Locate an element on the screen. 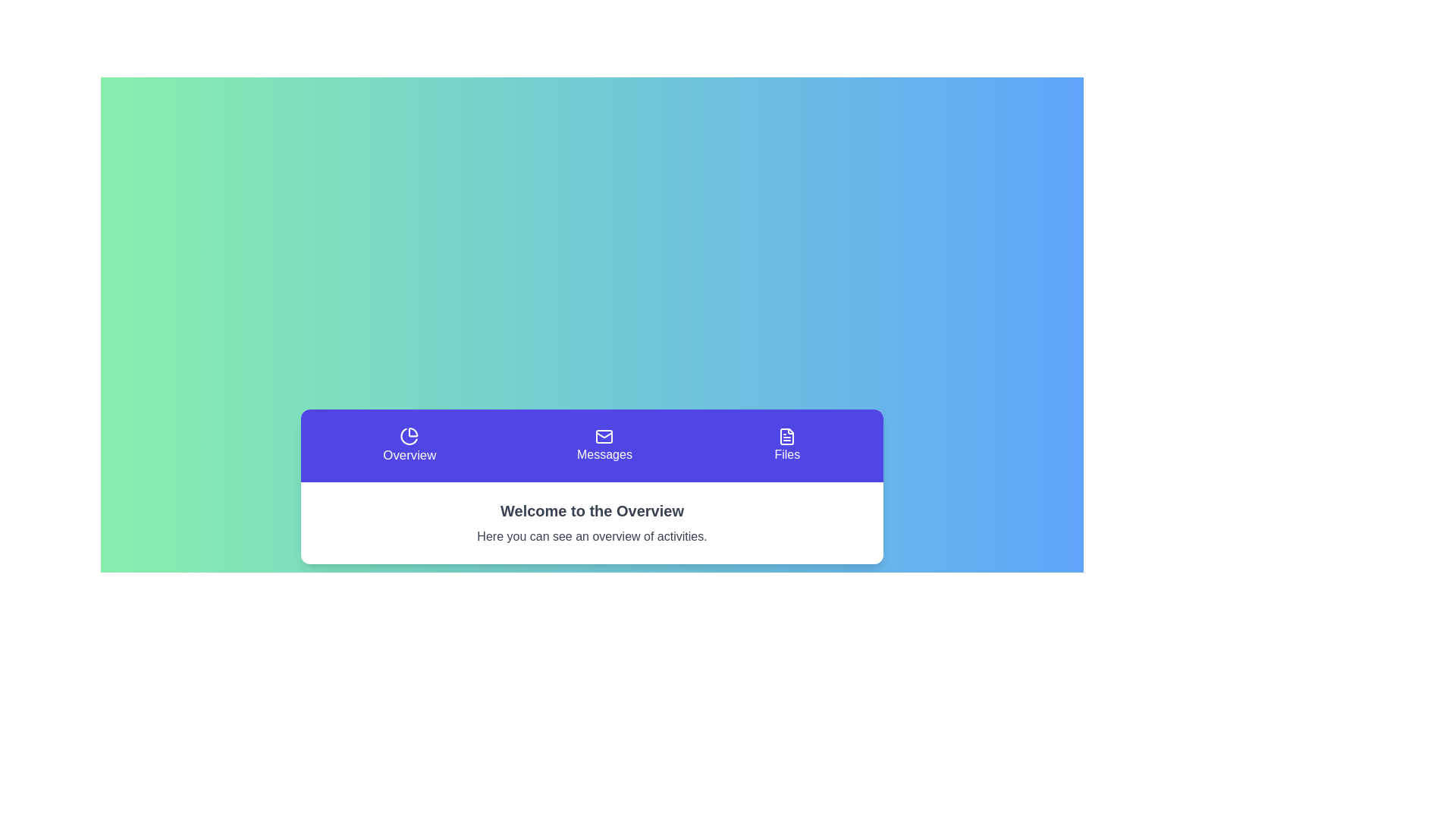 The width and height of the screenshot is (1456, 819). the Files section of the dashboard is located at coordinates (787, 444).